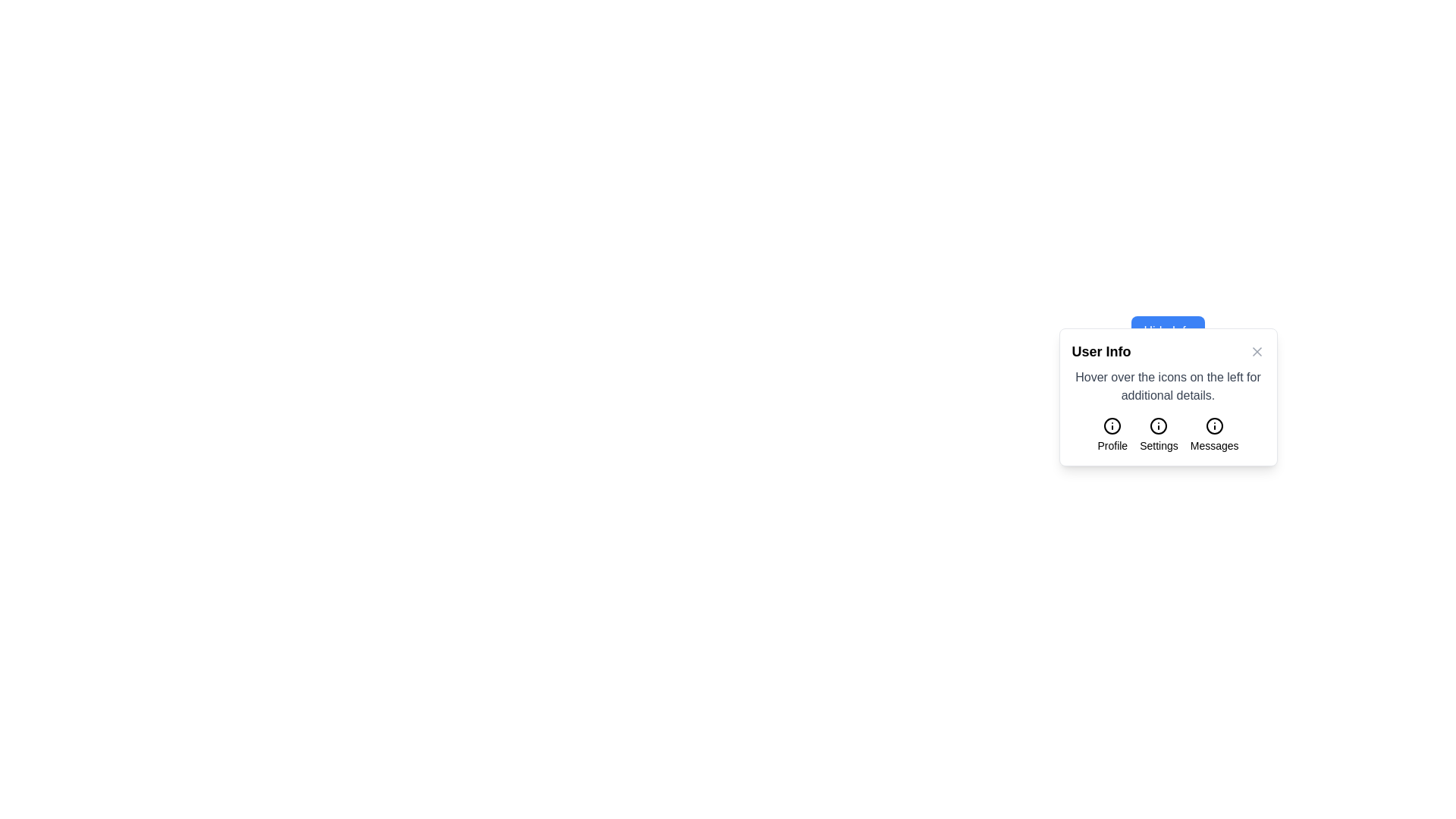  Describe the element at coordinates (1112, 426) in the screenshot. I see `the SVG circle graphic within the 'info' icon` at that location.